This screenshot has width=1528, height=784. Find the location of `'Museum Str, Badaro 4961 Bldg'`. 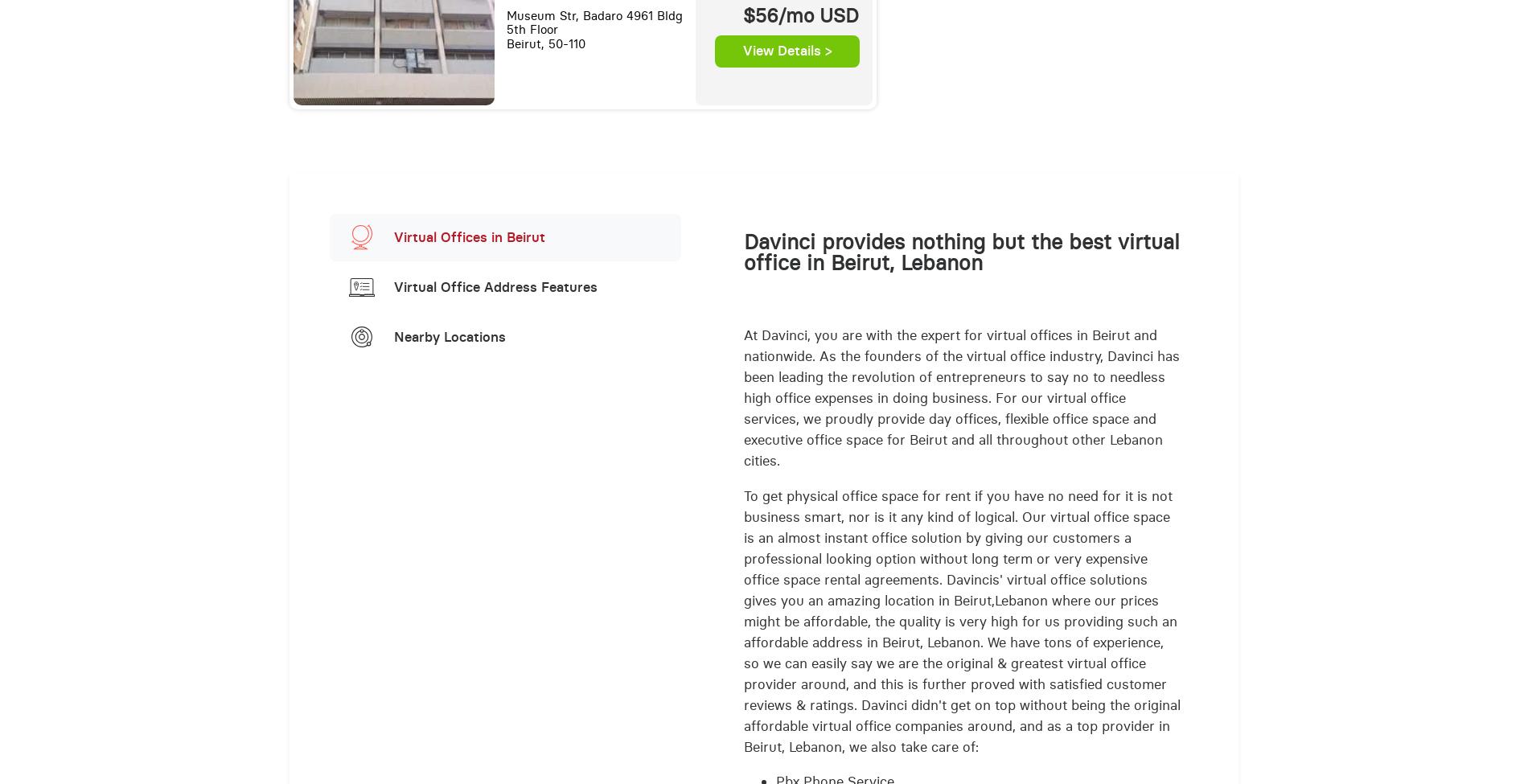

'Museum Str, Badaro 4961 Bldg' is located at coordinates (593, 15).